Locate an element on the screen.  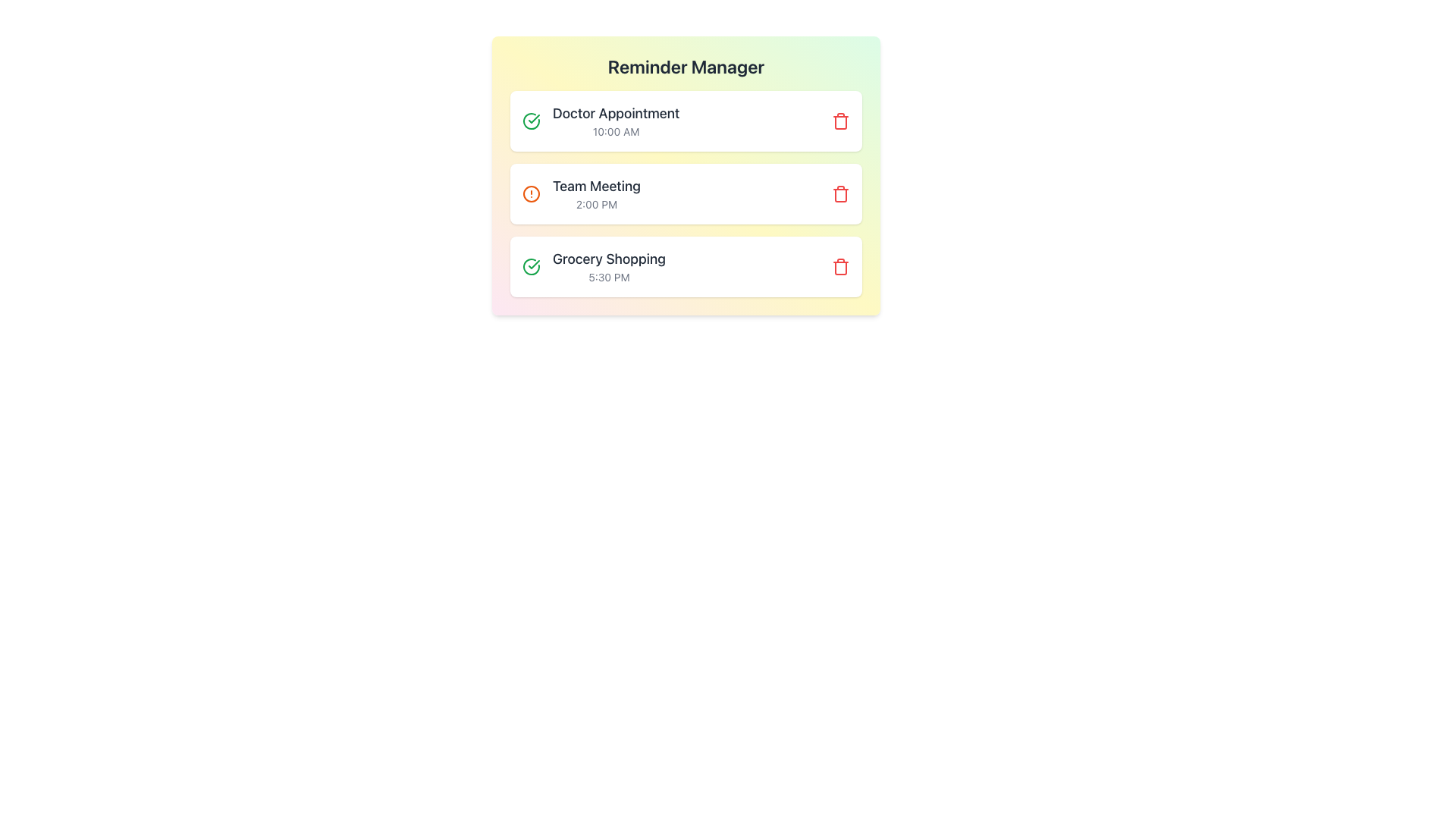
the orange alert icon button preceding the 'Team Meeting 2:00 PM' text is located at coordinates (531, 193).